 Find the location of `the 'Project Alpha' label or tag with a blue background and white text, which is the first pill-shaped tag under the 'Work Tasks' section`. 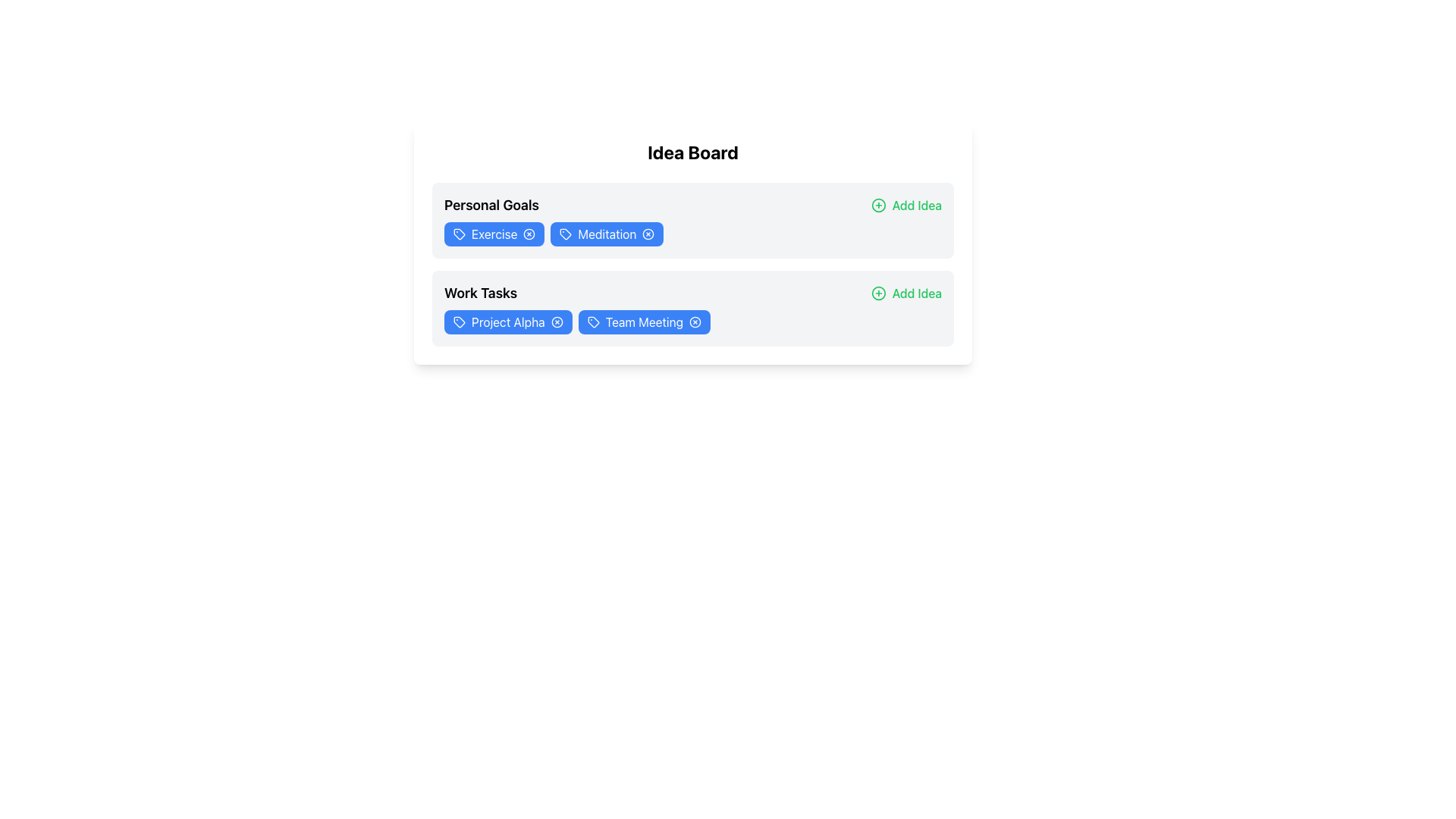

the 'Project Alpha' label or tag with a blue background and white text, which is the first pill-shaped tag under the 'Work Tasks' section is located at coordinates (508, 321).